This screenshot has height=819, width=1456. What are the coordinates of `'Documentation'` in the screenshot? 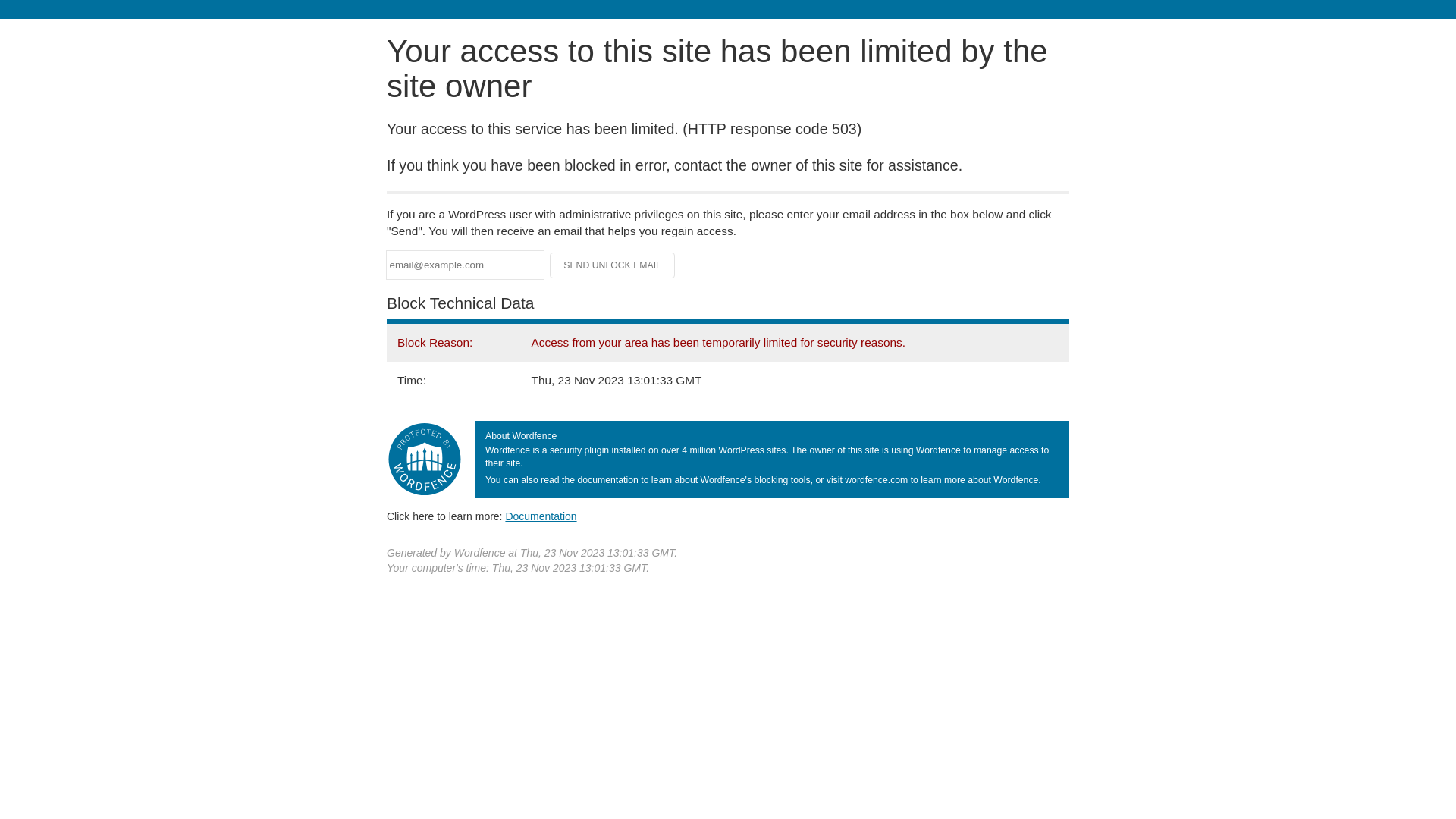 It's located at (505, 516).